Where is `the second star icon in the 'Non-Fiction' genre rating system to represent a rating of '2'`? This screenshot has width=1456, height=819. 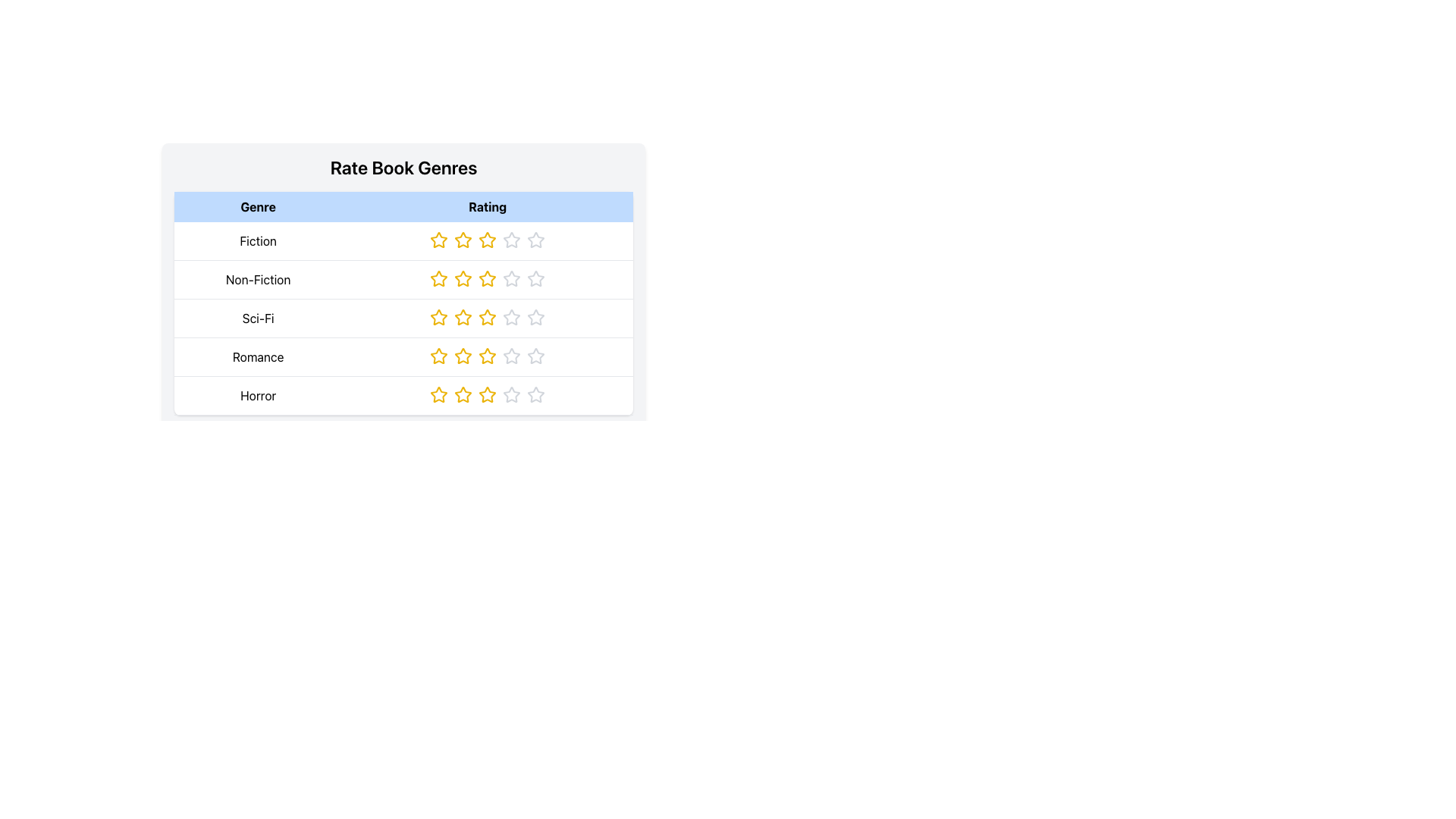
the second star icon in the 'Non-Fiction' genre rating system to represent a rating of '2' is located at coordinates (488, 278).